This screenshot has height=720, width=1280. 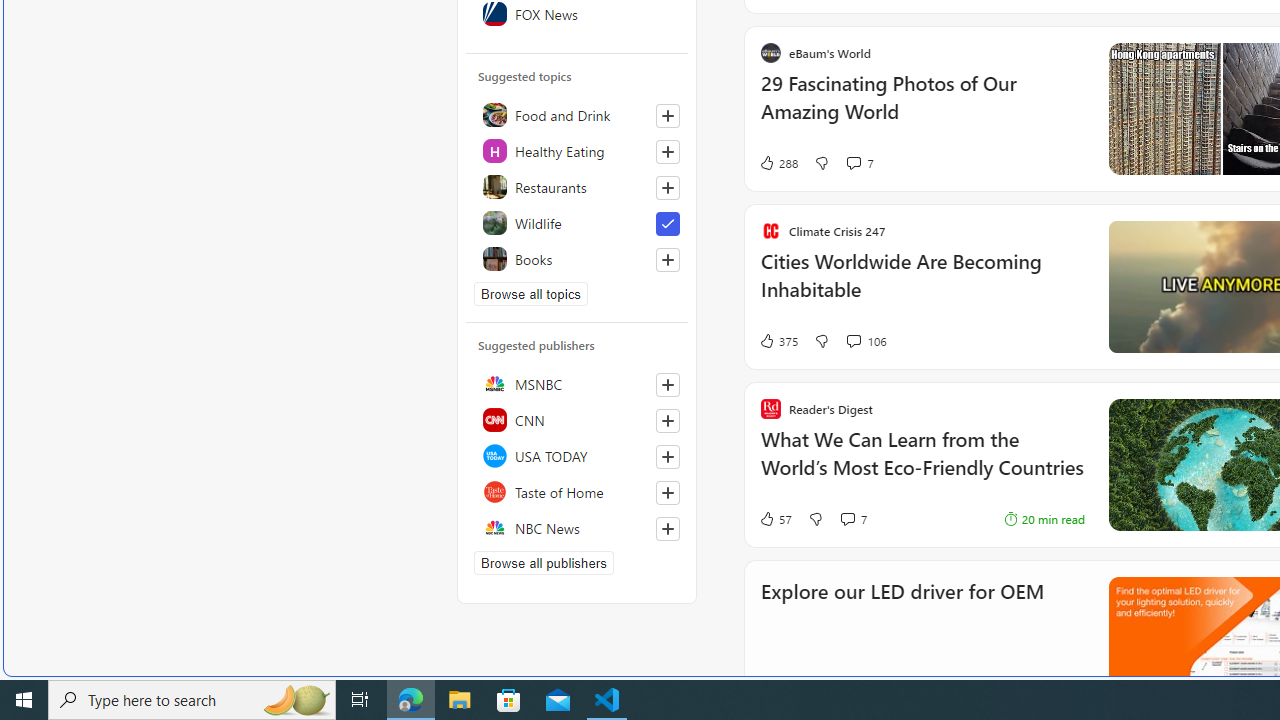 I want to click on 'View comments 106 Comment', so click(x=853, y=339).